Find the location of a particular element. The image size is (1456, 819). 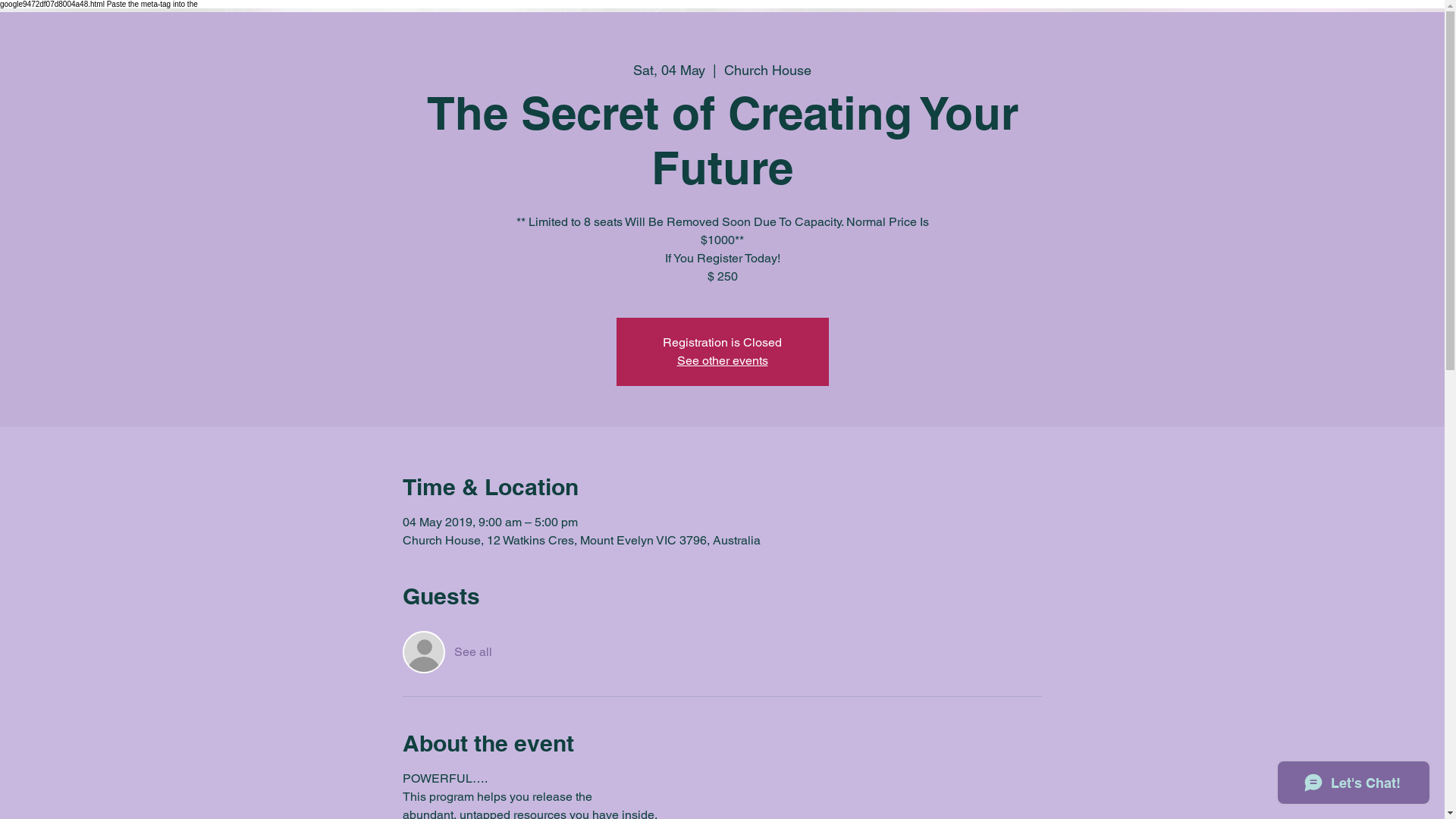

'See all' is located at coordinates (472, 651).